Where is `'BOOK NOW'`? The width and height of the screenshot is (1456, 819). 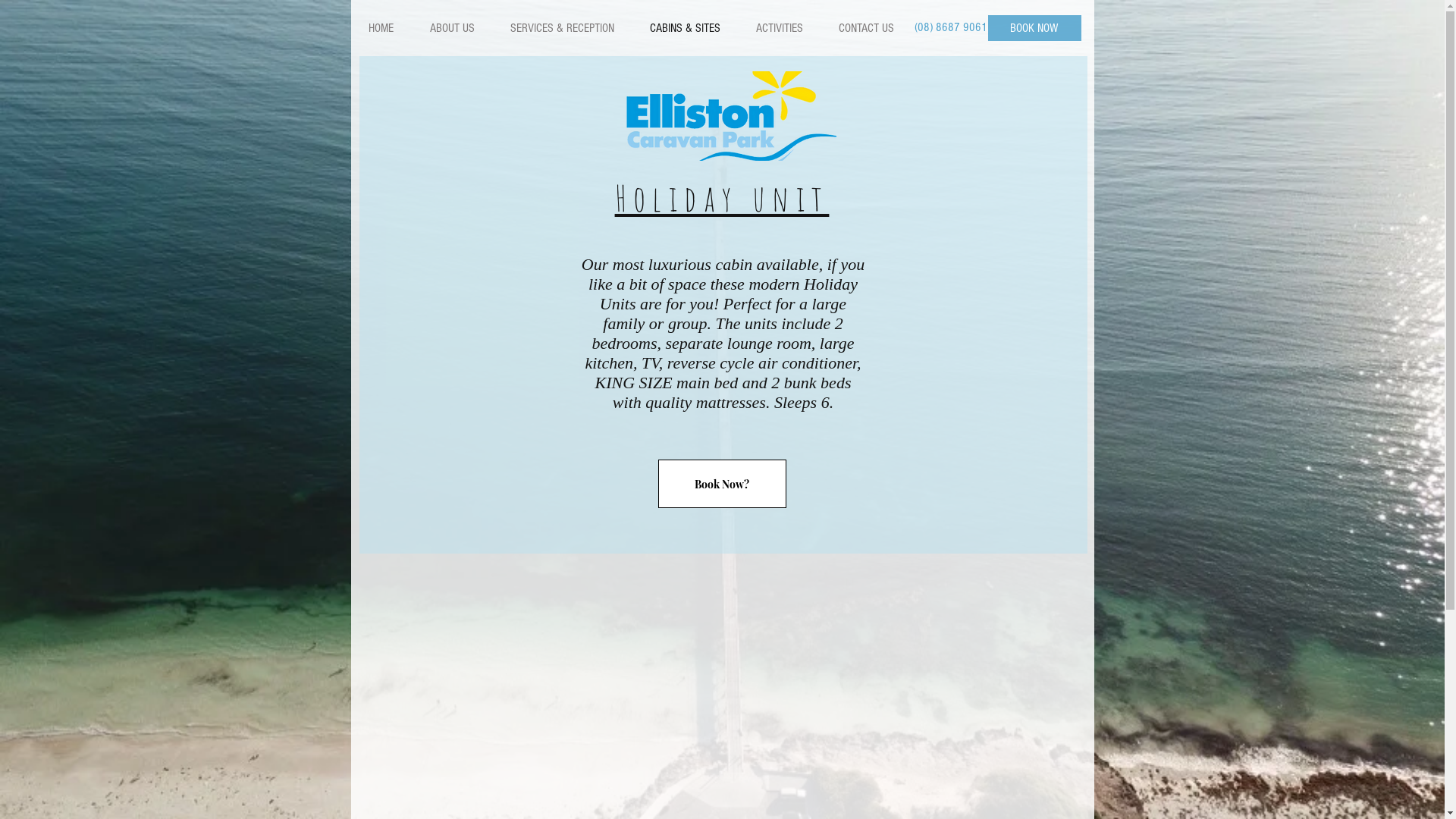
'BOOK NOW' is located at coordinates (1033, 28).